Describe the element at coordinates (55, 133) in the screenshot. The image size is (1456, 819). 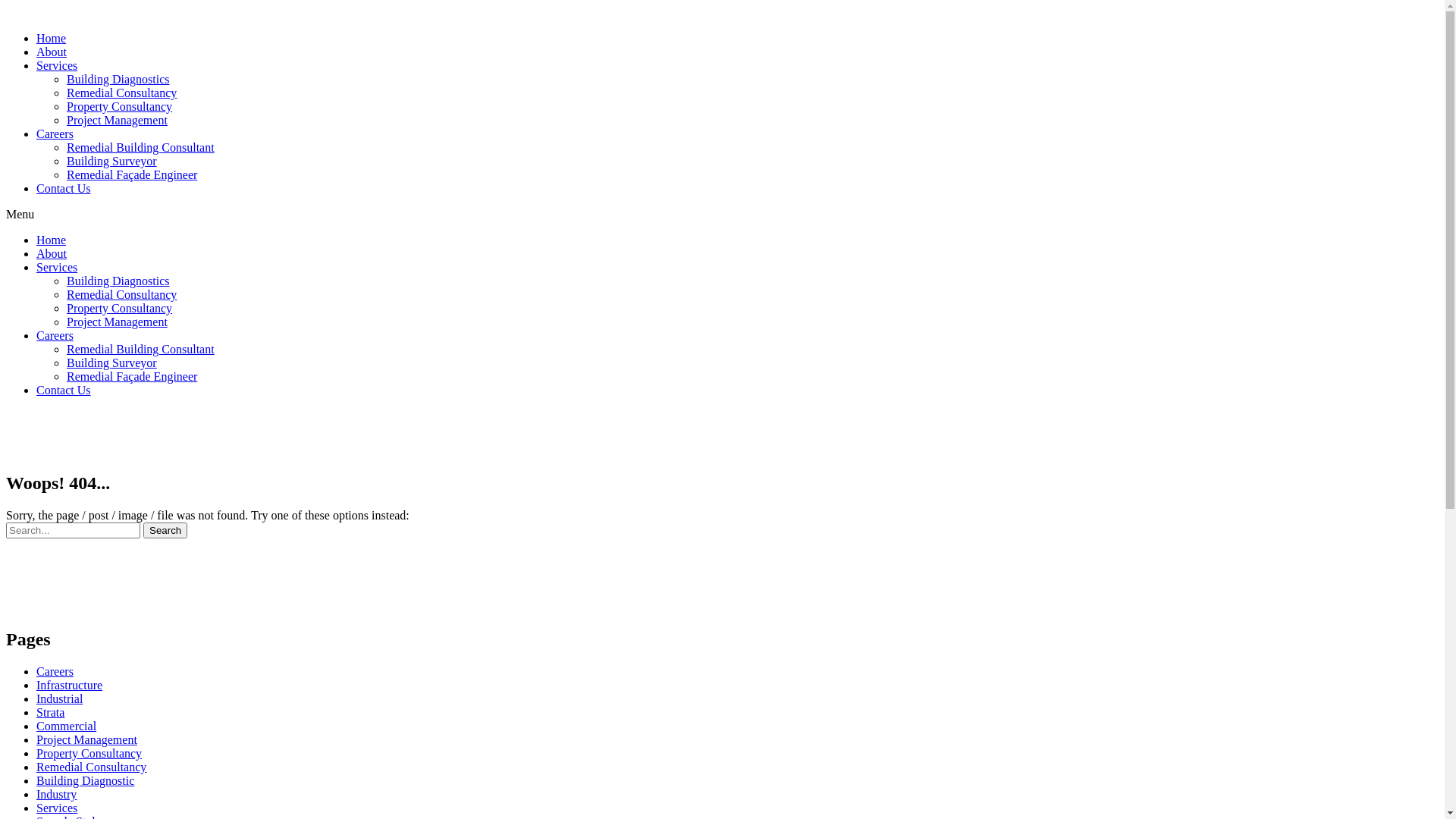
I see `'Careers'` at that location.